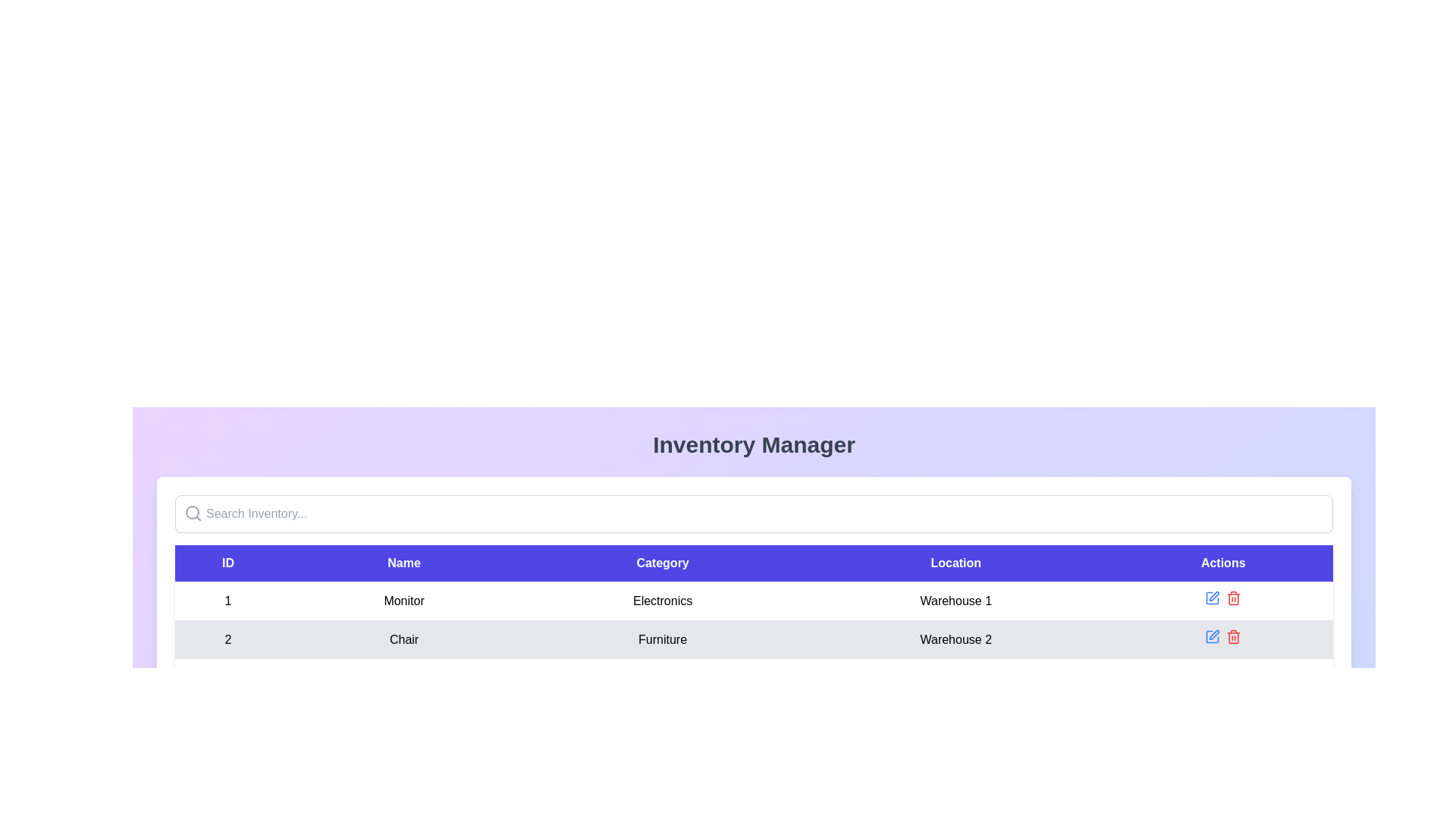 The height and width of the screenshot is (819, 1456). What do you see at coordinates (403, 563) in the screenshot?
I see `the 'Name' column header text label in the Inventory Manager table, which is located between the 'ID' and 'Category' headers` at bounding box center [403, 563].